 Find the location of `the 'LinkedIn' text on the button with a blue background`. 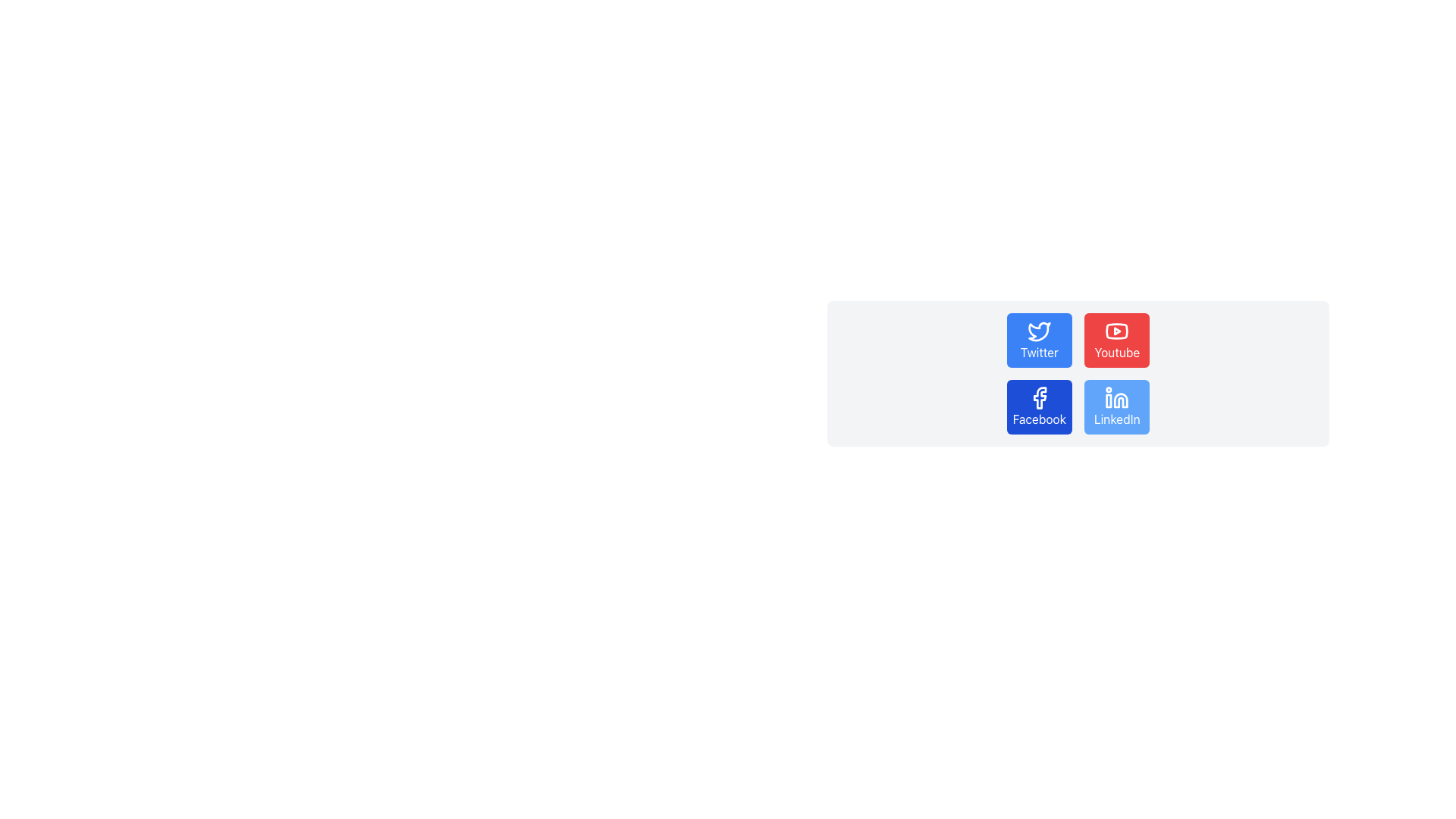

the 'LinkedIn' text on the button with a blue background is located at coordinates (1117, 419).